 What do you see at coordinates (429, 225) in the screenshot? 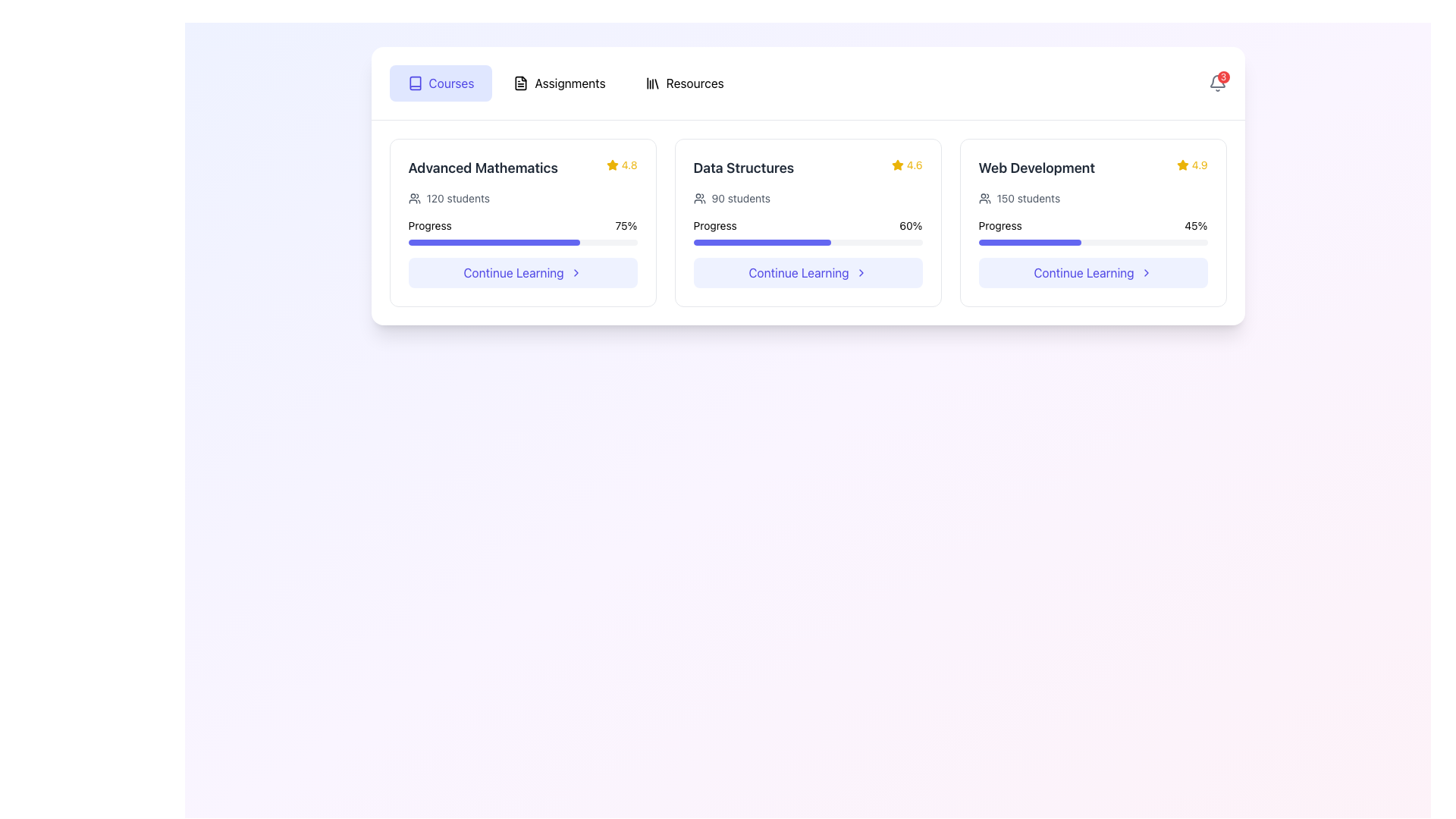
I see `the Text label that describes the progress of 'Advanced Mathematics', located near the top of the card, leftmost in the 'Progress' section` at bounding box center [429, 225].